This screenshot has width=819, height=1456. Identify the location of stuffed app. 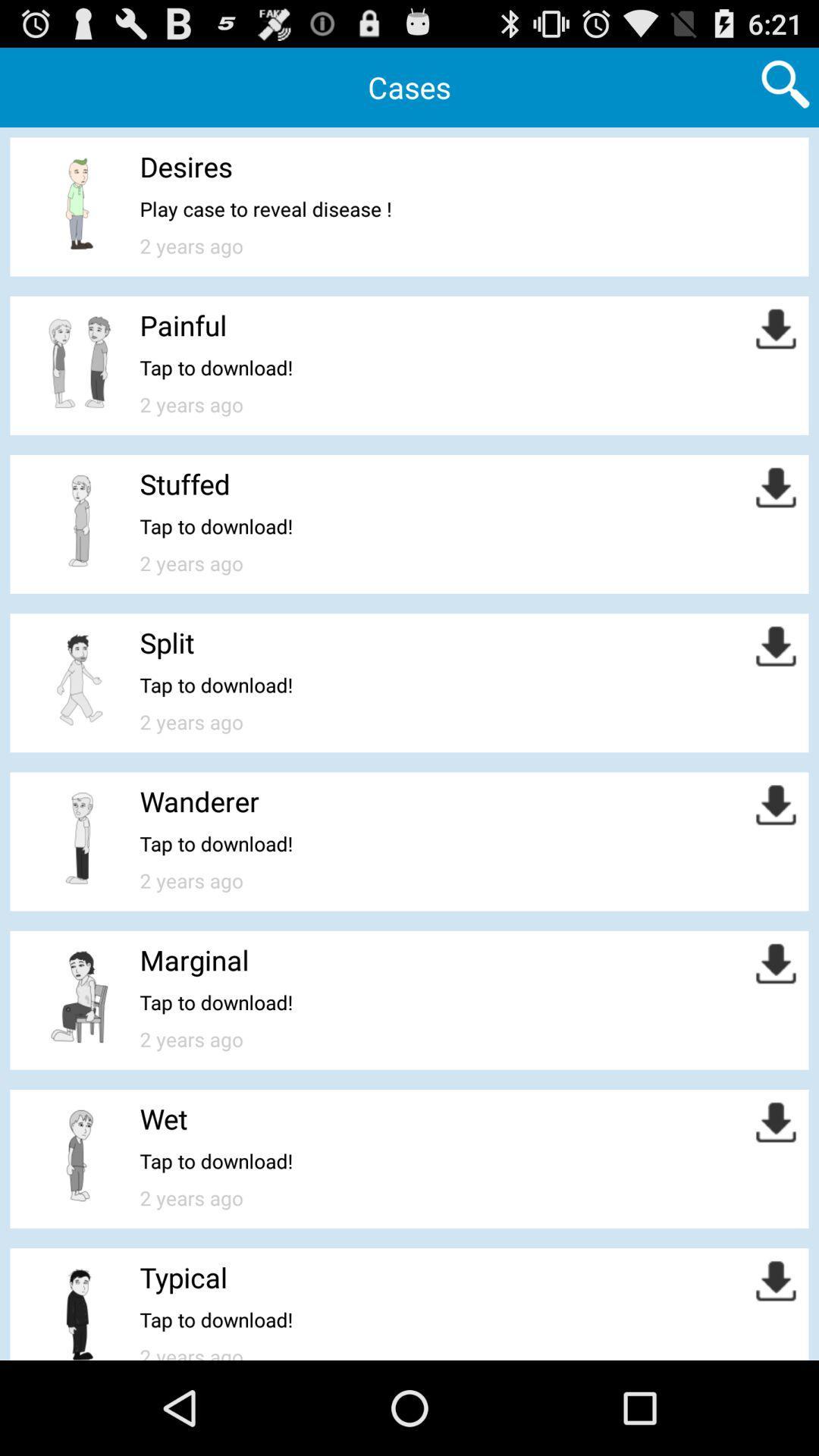
(184, 483).